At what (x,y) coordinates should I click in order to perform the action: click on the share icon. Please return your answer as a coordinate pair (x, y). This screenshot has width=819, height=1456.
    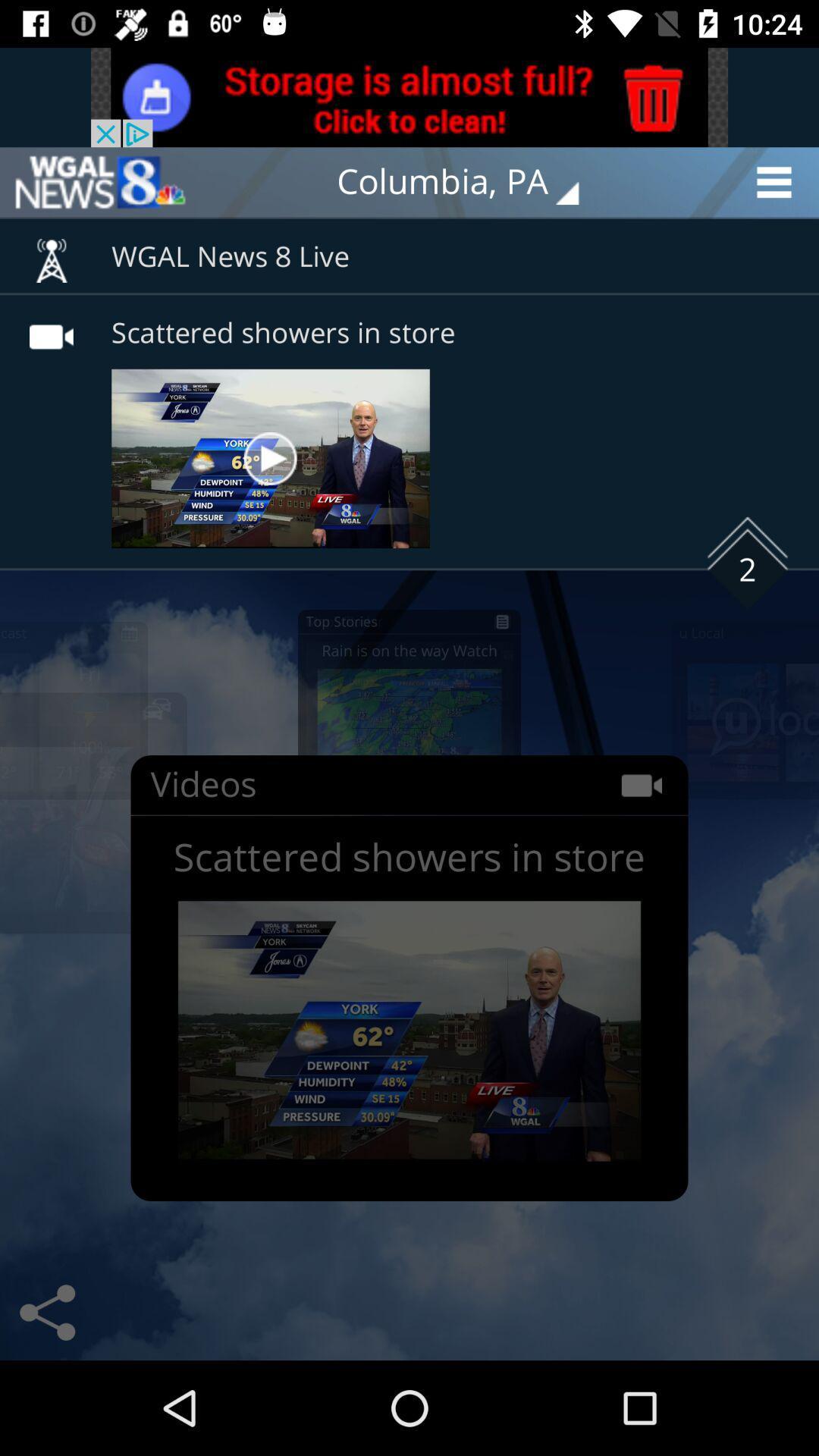
    Looking at the image, I should click on (46, 1312).